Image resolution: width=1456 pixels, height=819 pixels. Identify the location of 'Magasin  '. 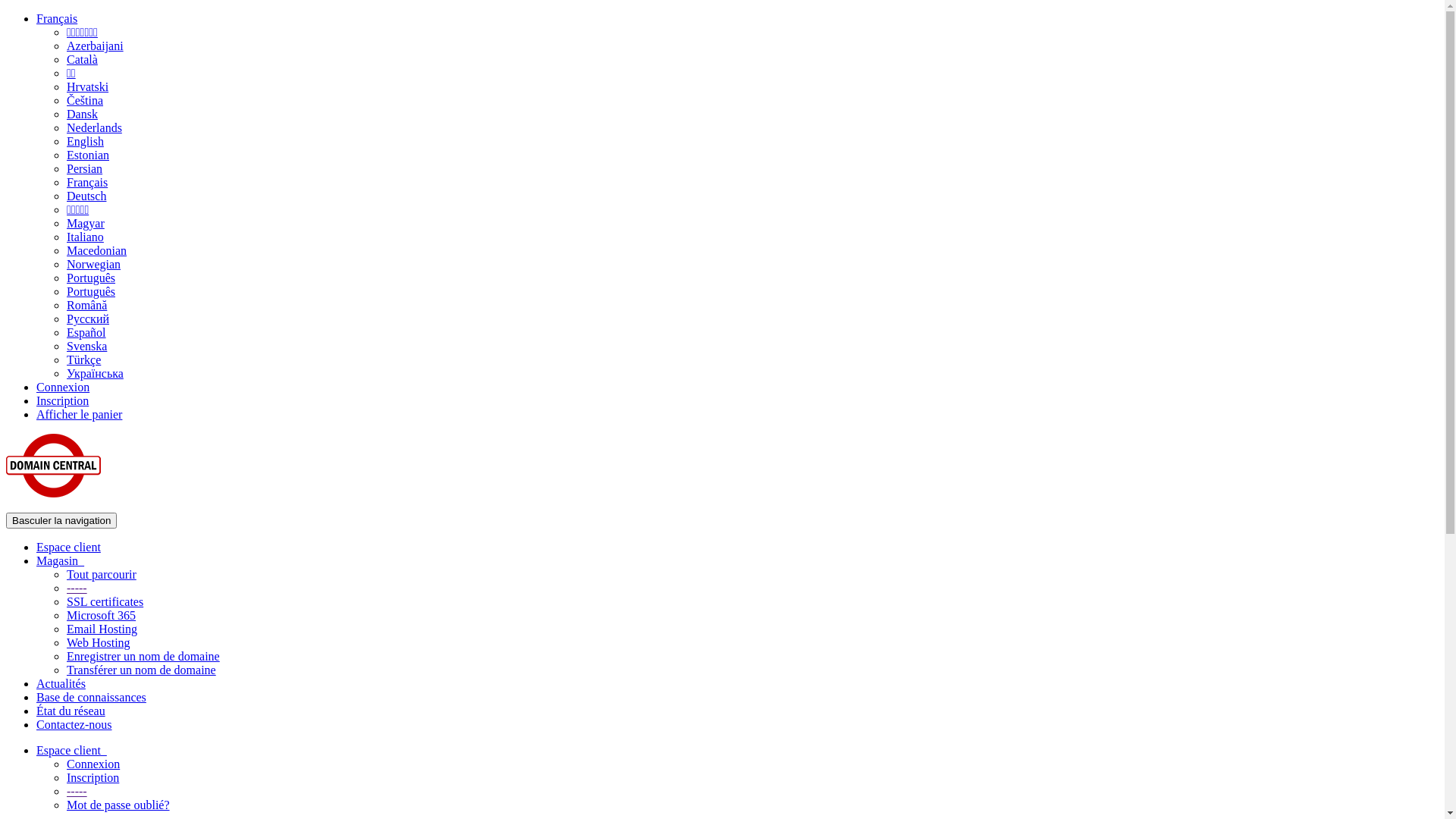
(36, 560).